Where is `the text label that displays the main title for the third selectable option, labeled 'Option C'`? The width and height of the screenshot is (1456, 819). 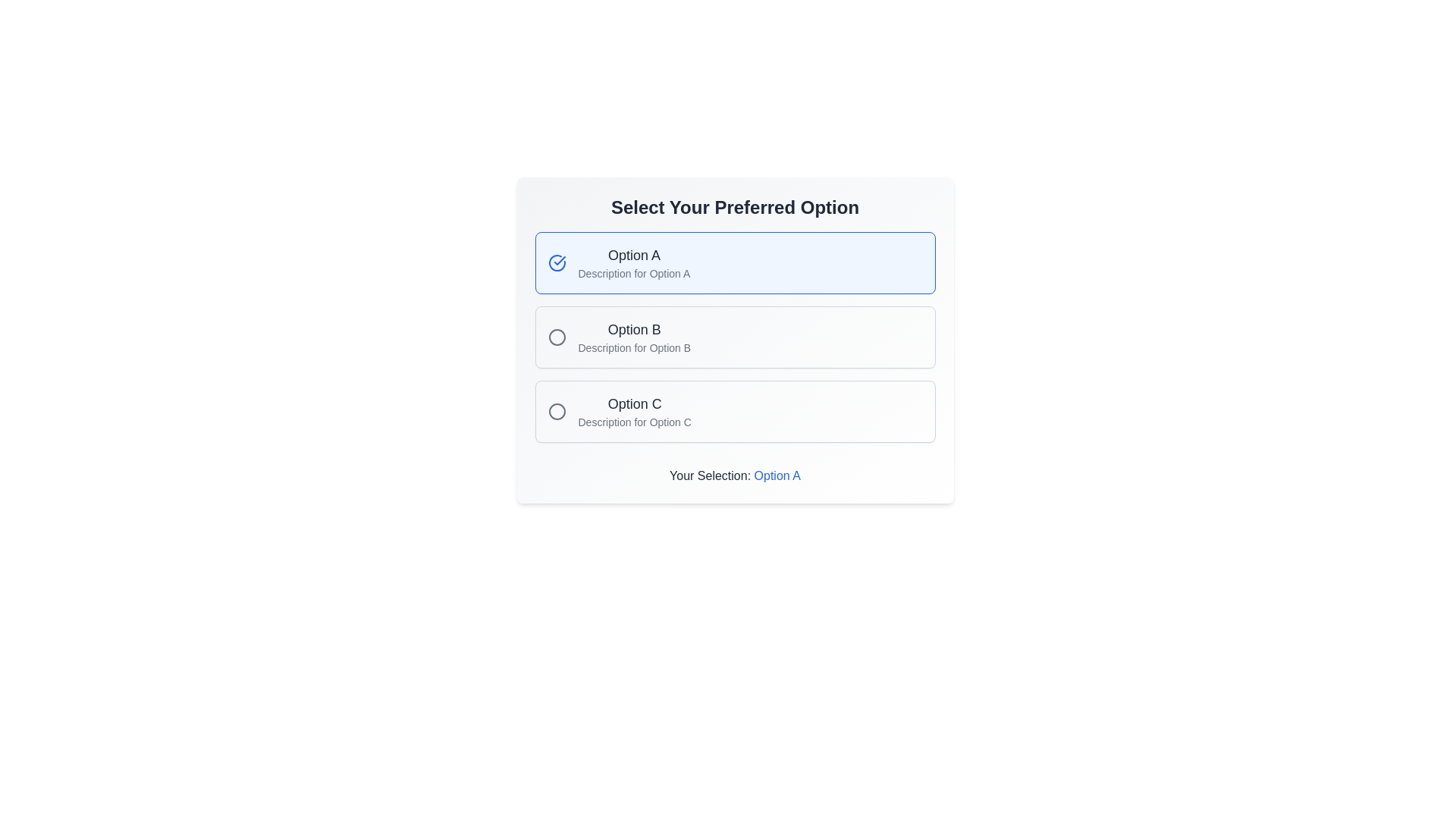 the text label that displays the main title for the third selectable option, labeled 'Option C' is located at coordinates (635, 403).